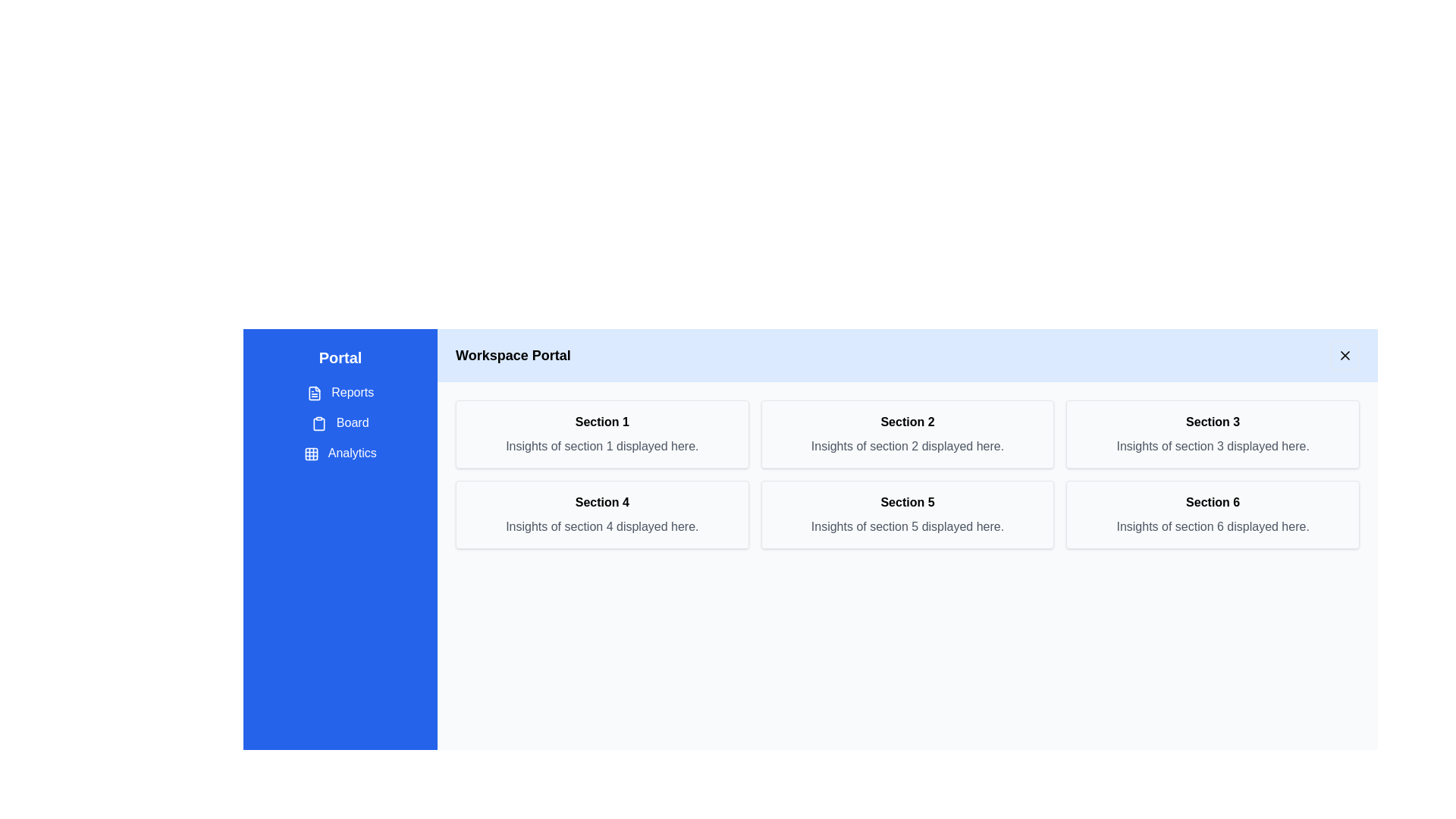 The height and width of the screenshot is (819, 1456). I want to click on the informational card titled 'Section 2' located in the grid under 'Workspace Portal', positioned between 'Section 1' and 'Section 3', so click(907, 435).